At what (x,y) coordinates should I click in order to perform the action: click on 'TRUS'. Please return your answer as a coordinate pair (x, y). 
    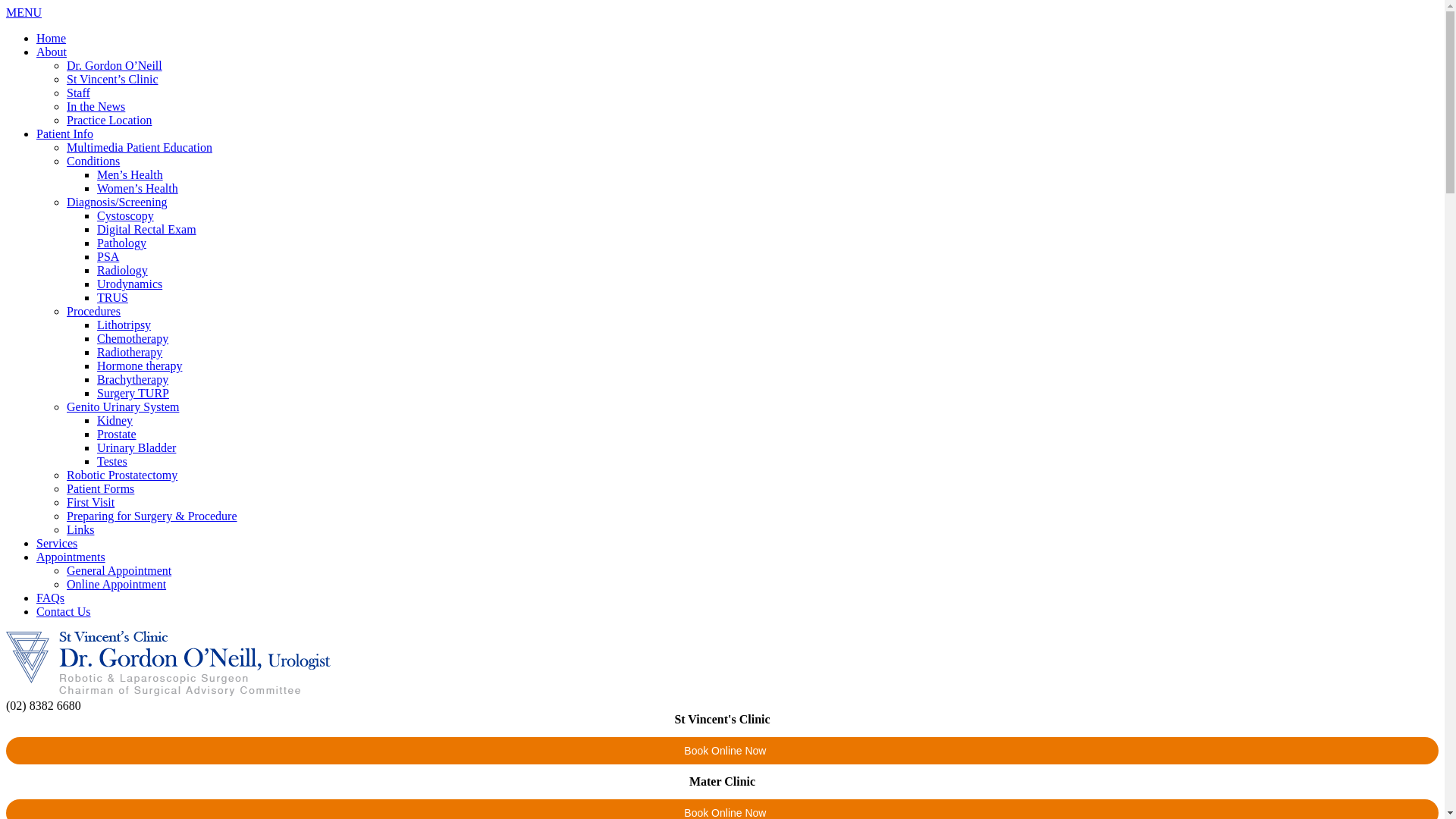
    Looking at the image, I should click on (96, 297).